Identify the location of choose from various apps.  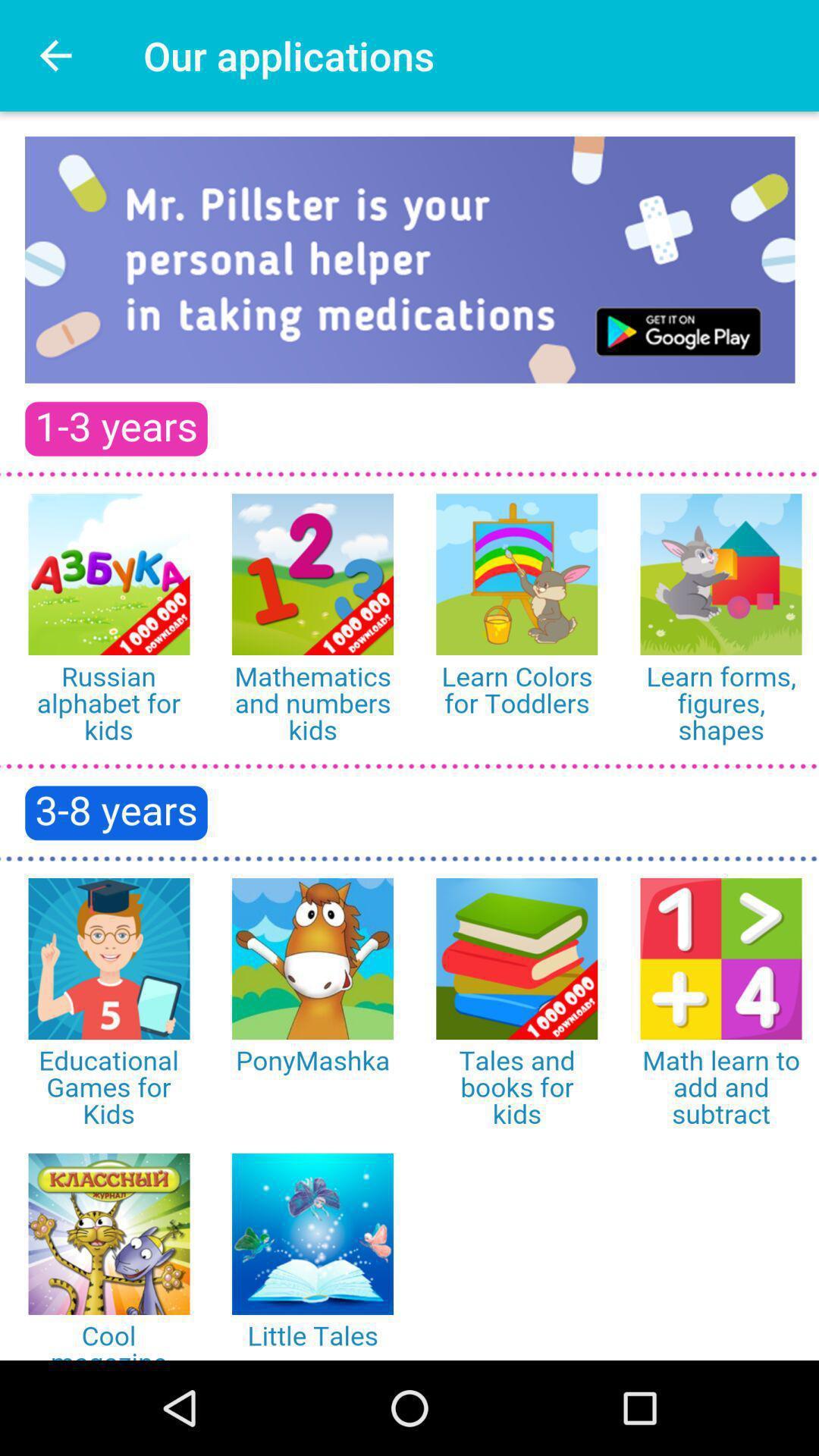
(409, 736).